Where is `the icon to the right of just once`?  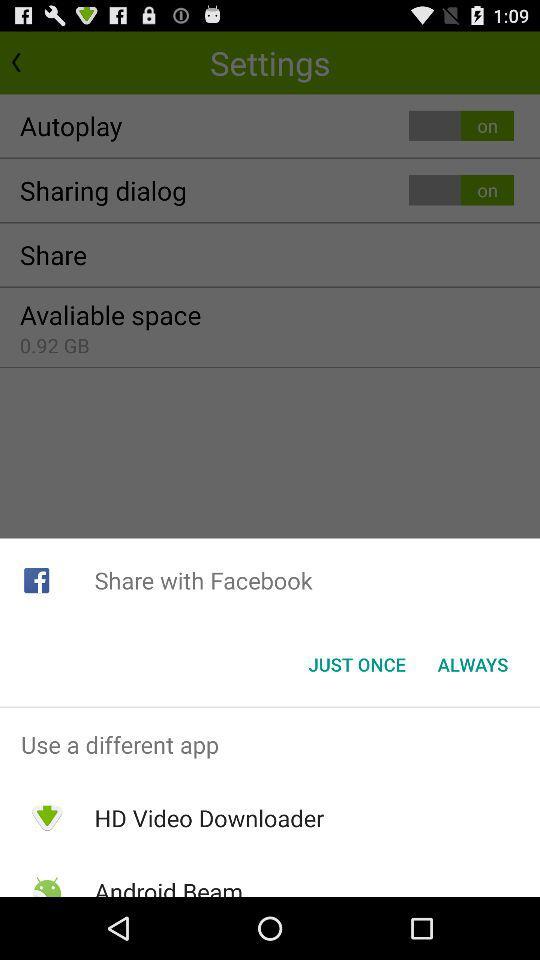 the icon to the right of just once is located at coordinates (472, 664).